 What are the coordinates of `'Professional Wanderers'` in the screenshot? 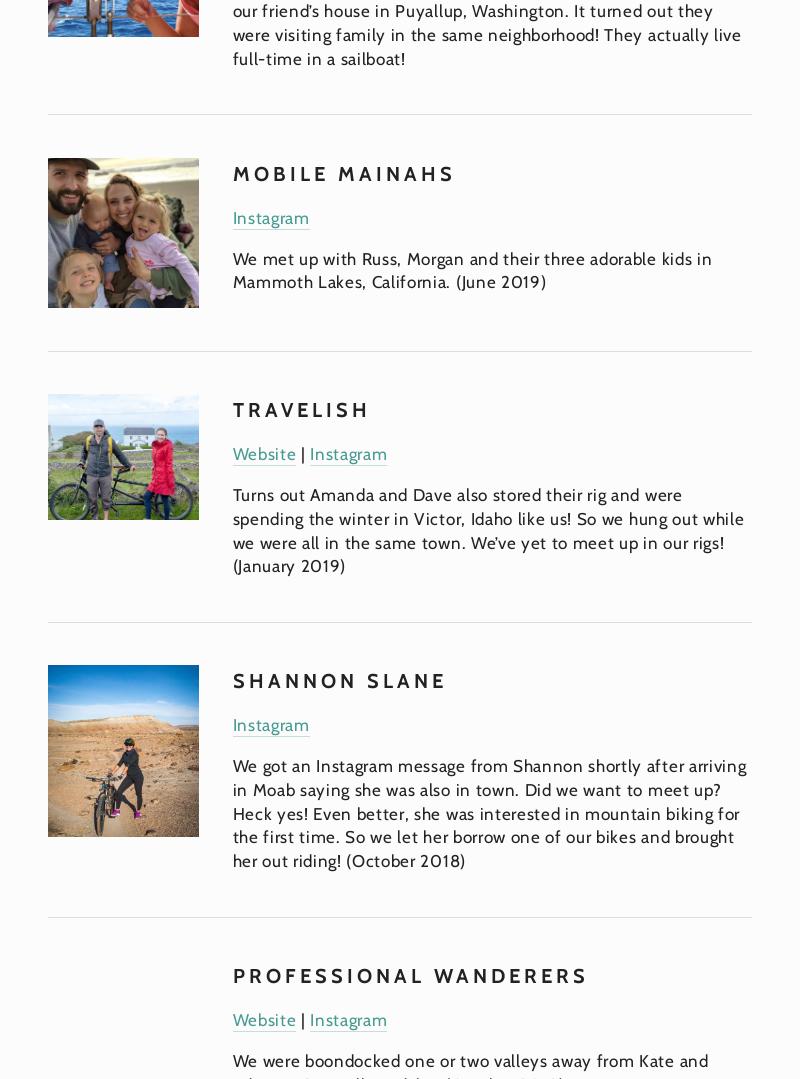 It's located at (409, 974).